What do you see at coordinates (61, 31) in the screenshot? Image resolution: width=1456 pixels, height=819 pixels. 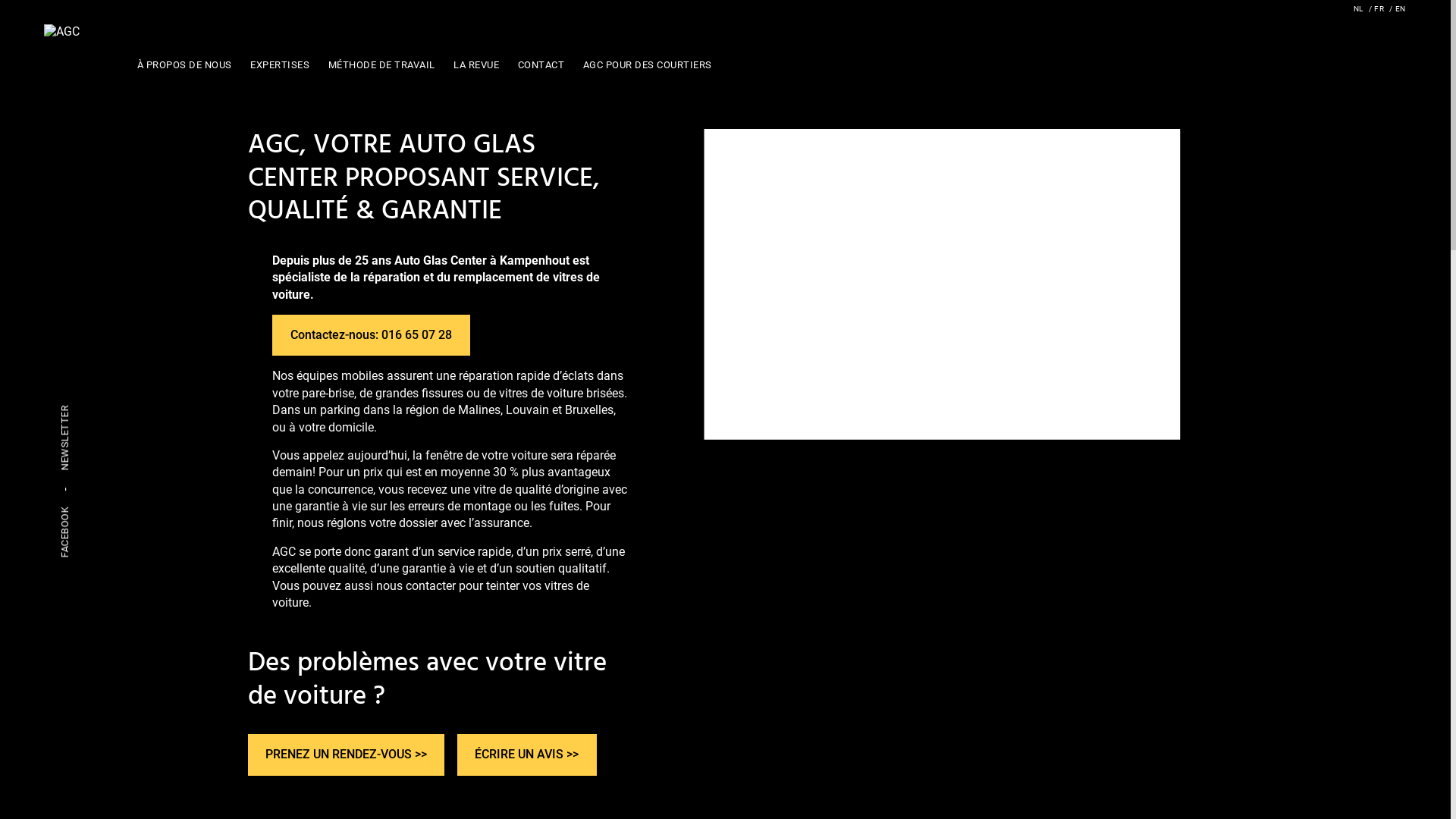 I see `'AGC'` at bounding box center [61, 31].